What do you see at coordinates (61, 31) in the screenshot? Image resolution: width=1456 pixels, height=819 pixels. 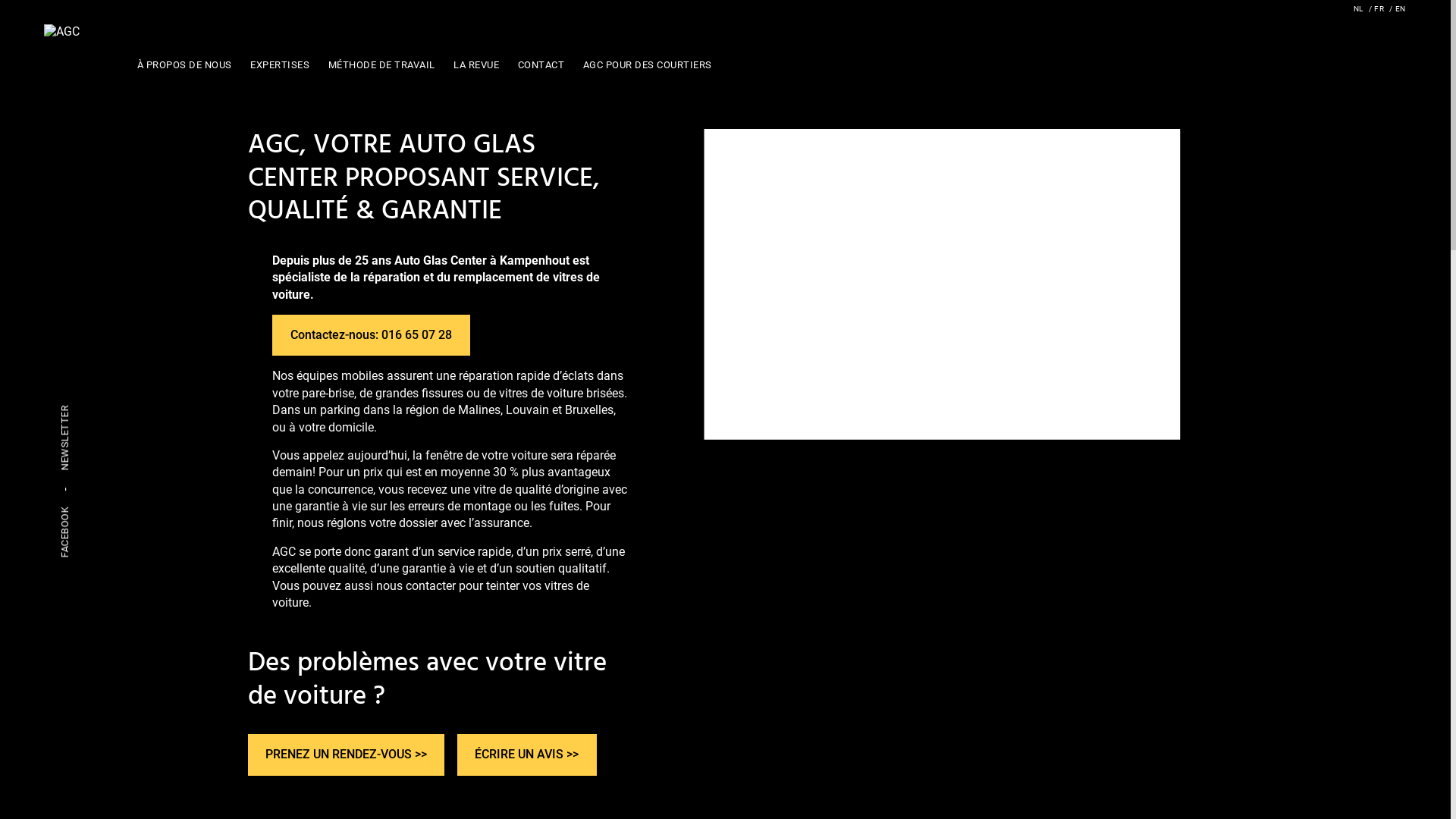 I see `'AGC'` at bounding box center [61, 31].